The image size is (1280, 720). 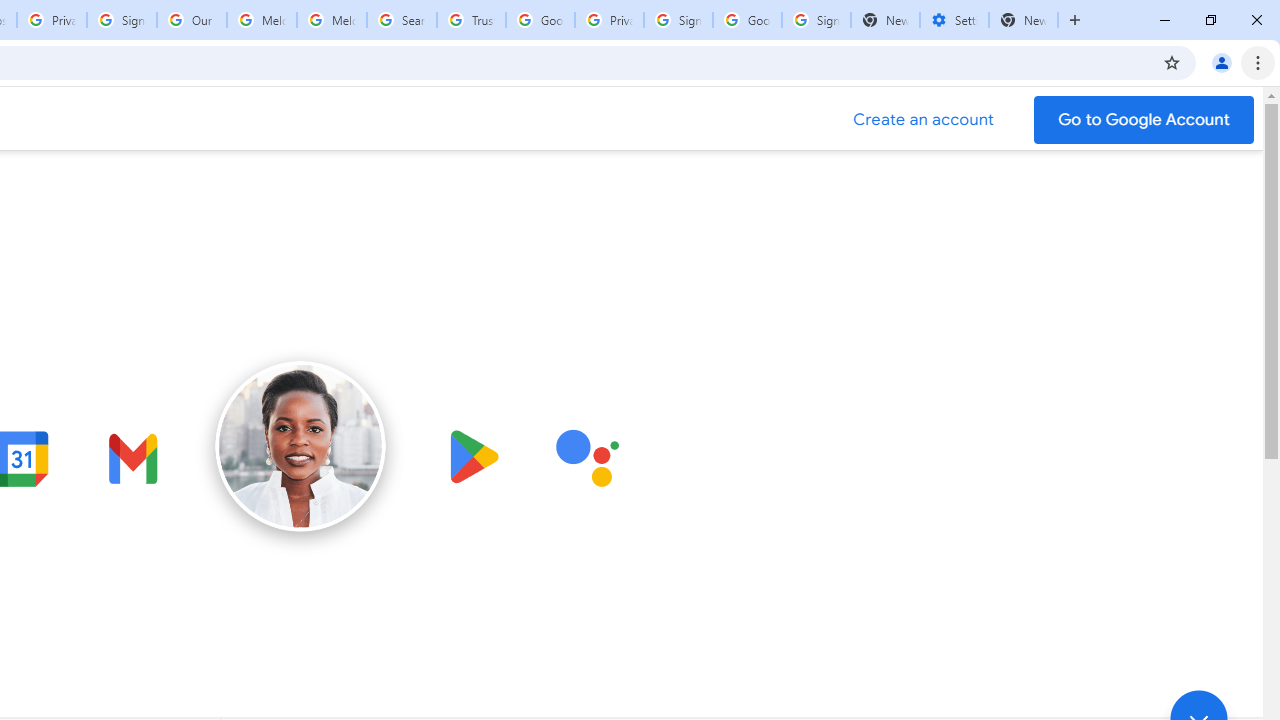 I want to click on 'Trusted Information and Content - Google Safety Center', so click(x=470, y=20).